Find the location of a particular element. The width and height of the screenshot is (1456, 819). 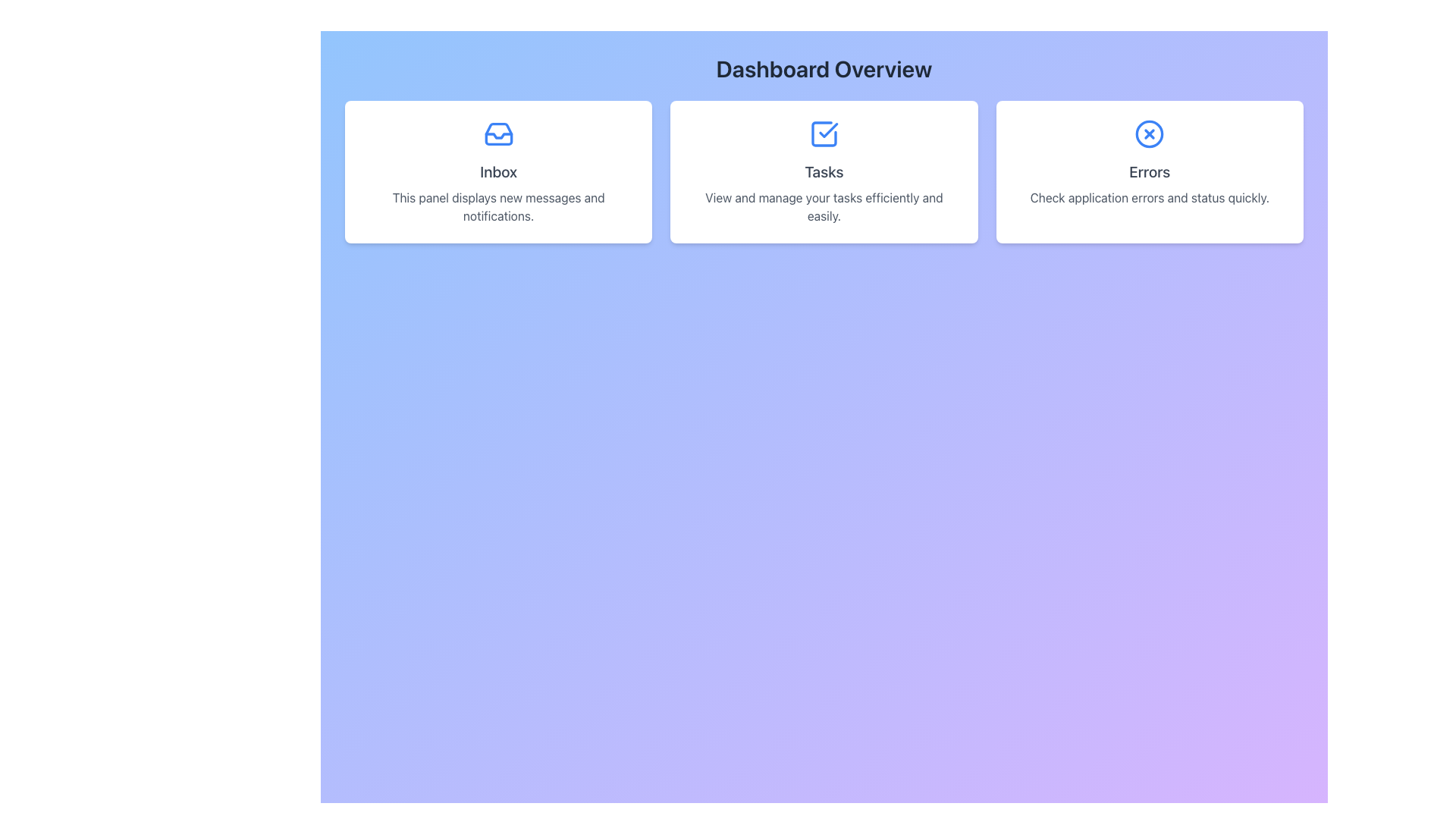

the decorative error icon located at the top of the 'Errors' card, centered horizontally above the title 'Errors' is located at coordinates (1150, 133).